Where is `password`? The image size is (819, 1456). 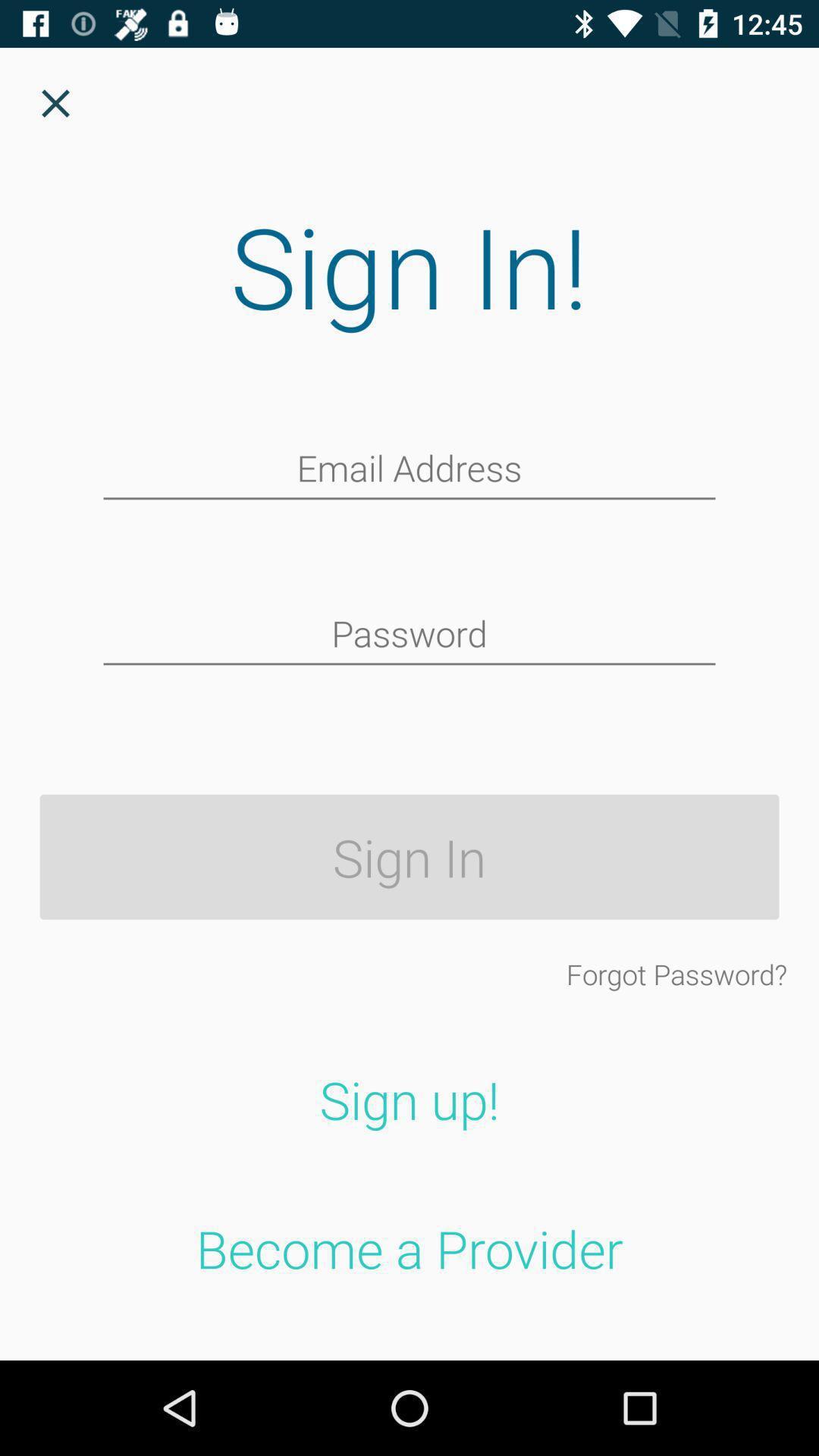
password is located at coordinates (409, 635).